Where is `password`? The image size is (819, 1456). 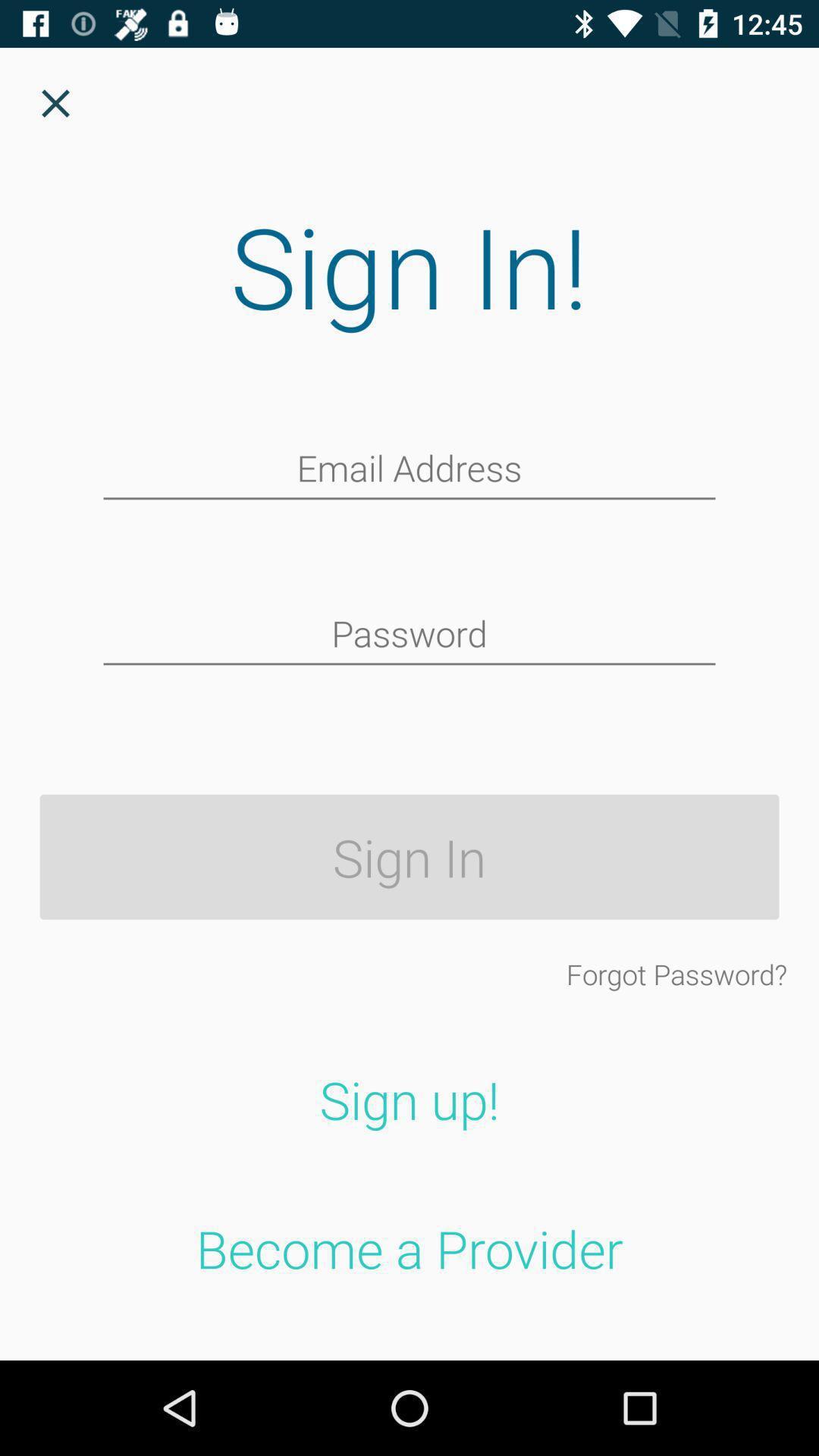
password is located at coordinates (409, 635).